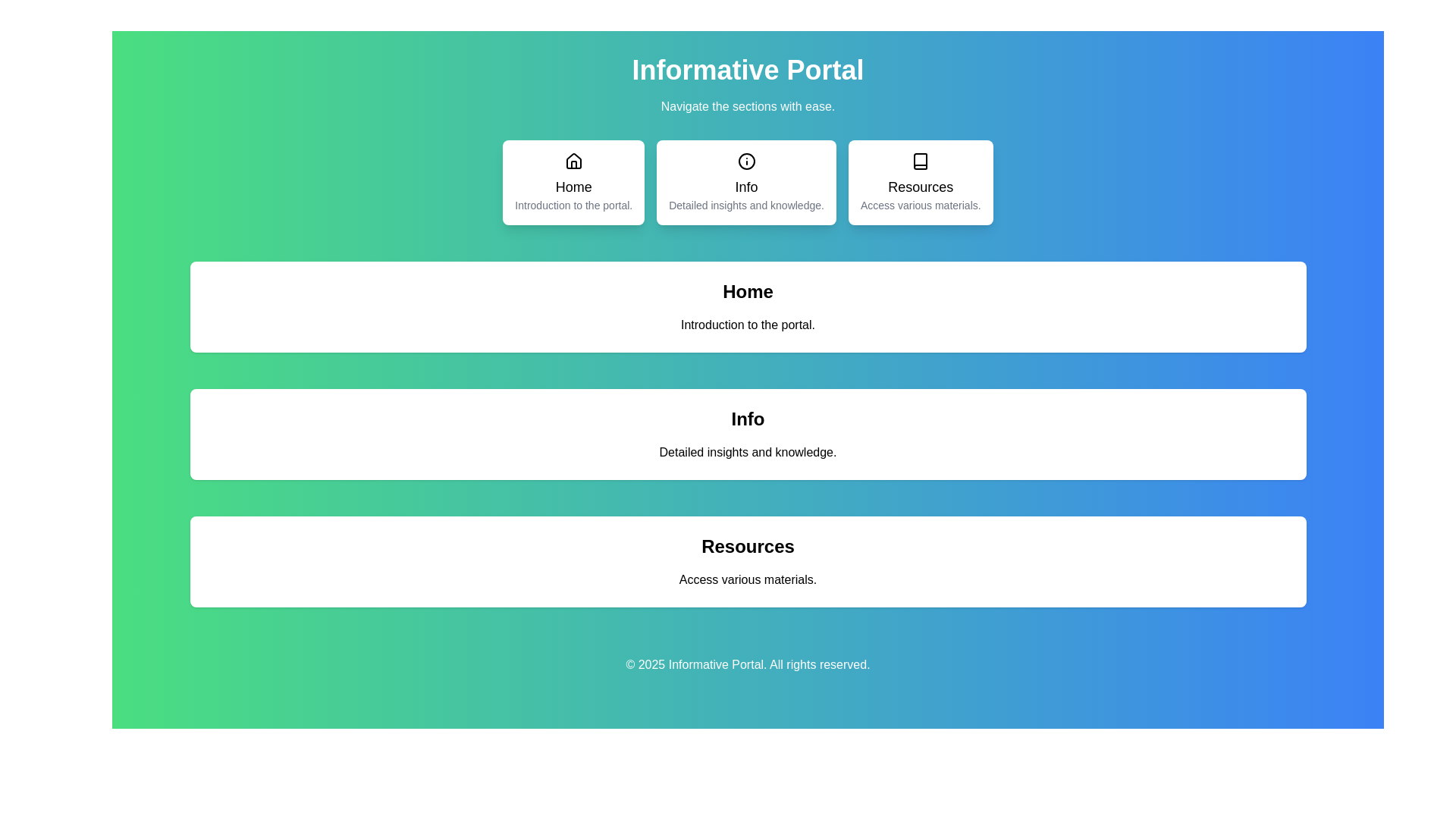 The height and width of the screenshot is (819, 1456). I want to click on additional information provided by the description text label located beneath the 'Resources' title and centrally aligned with the button's icon, so click(920, 205).